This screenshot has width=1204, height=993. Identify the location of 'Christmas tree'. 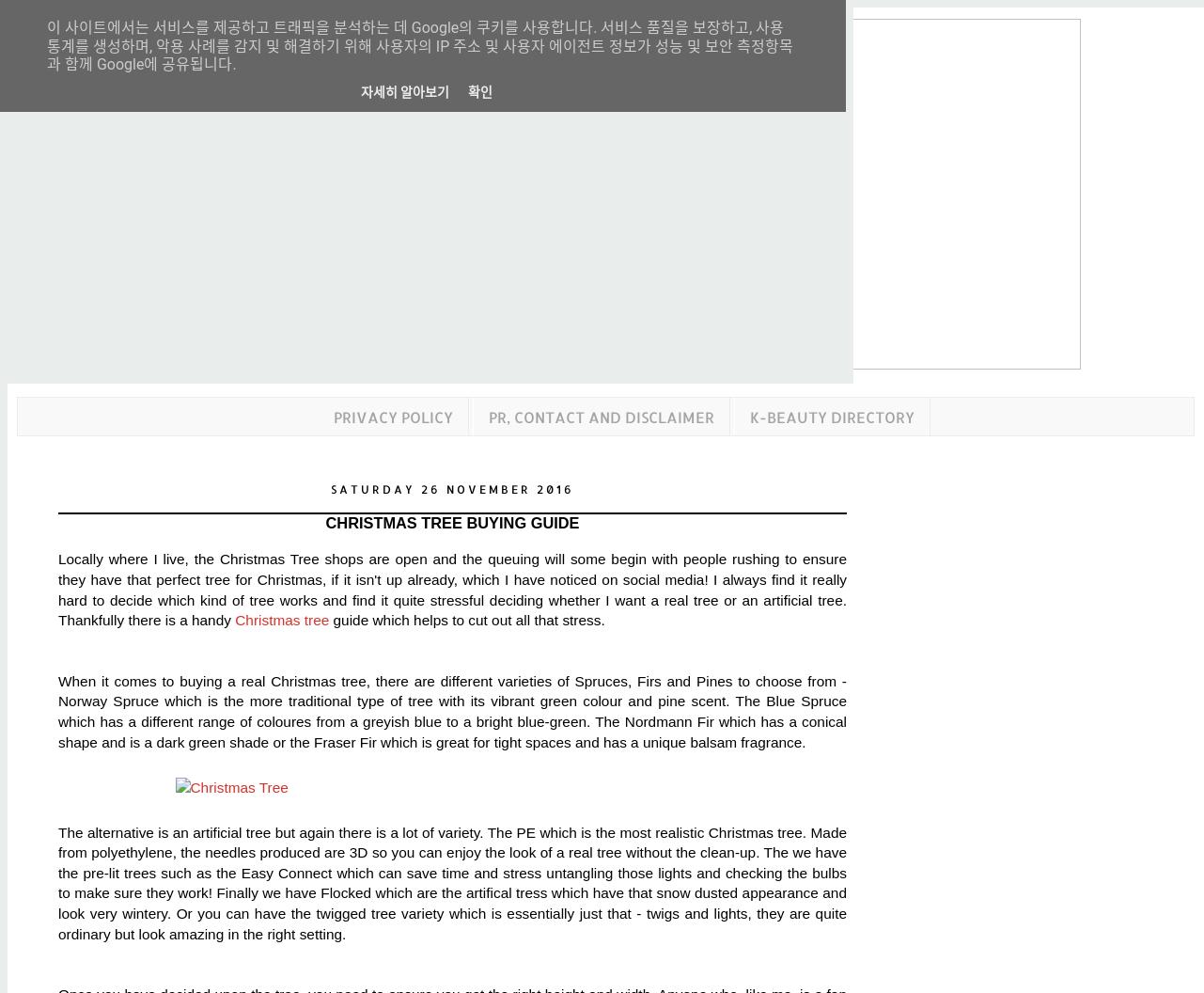
(281, 619).